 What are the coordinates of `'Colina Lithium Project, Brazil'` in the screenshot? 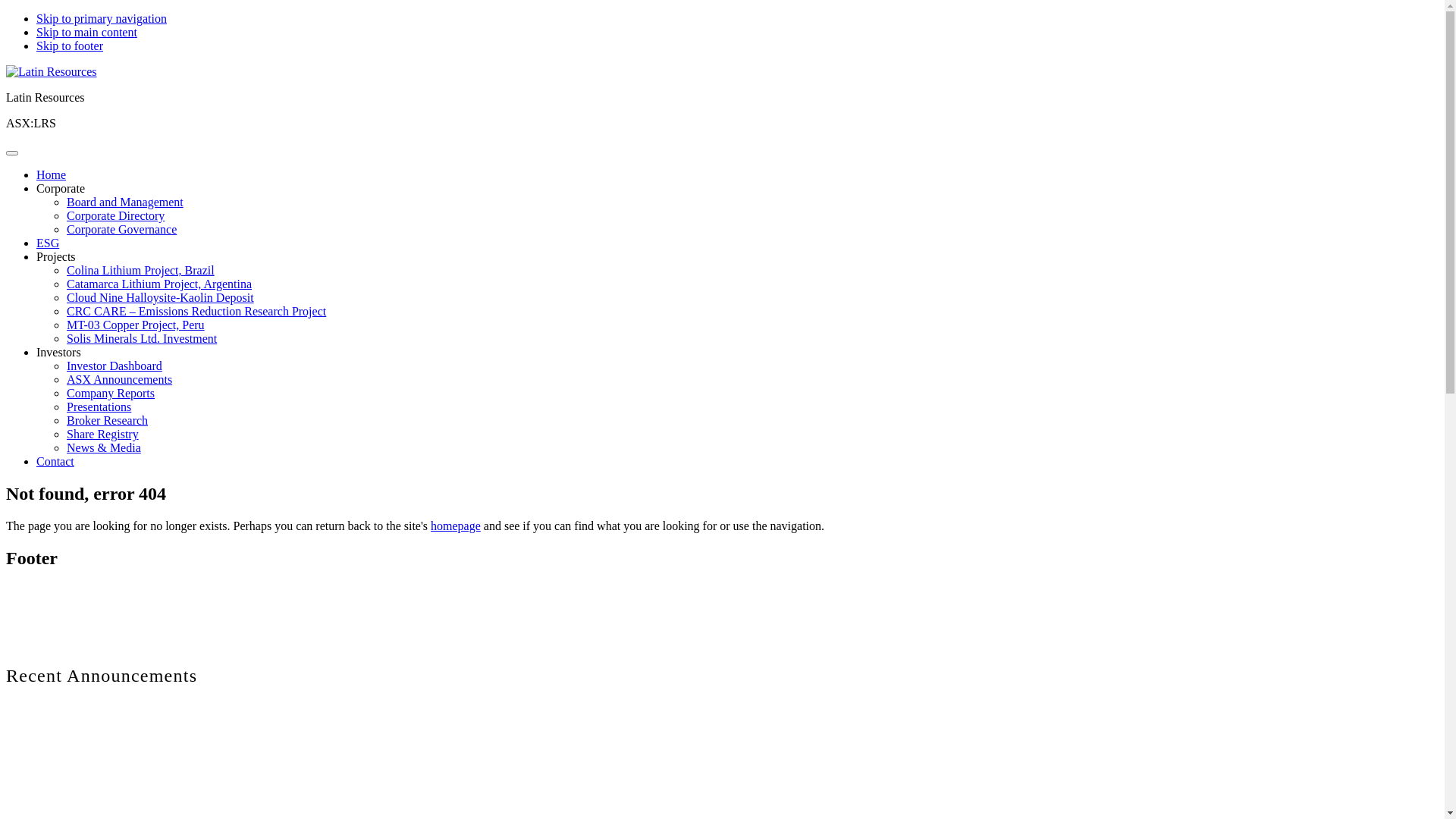 It's located at (140, 269).